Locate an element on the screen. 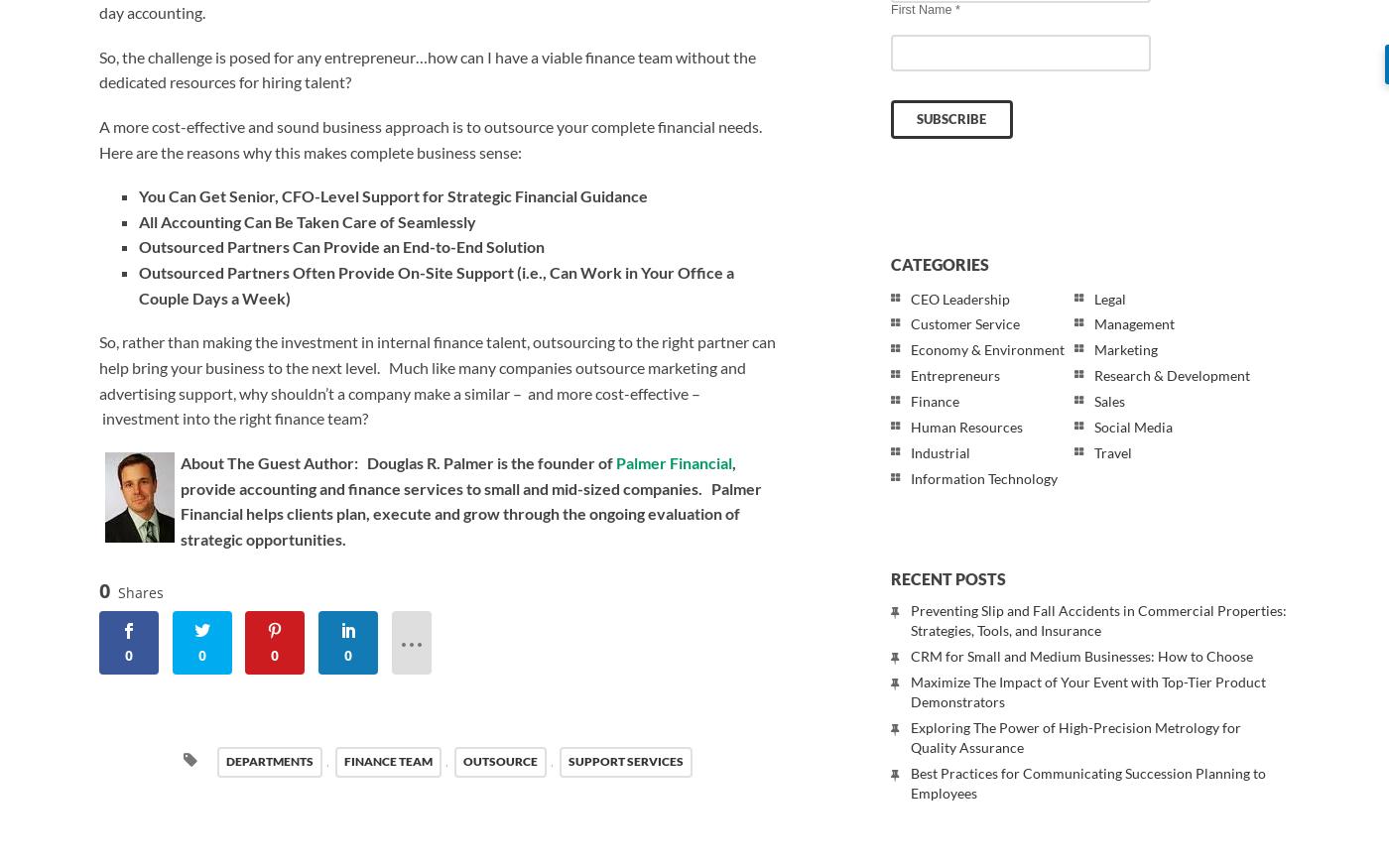 Image resolution: width=1389 pixels, height=868 pixels. 'About The Guest Author:   Douglas R. Palmer is the founder of' is located at coordinates (398, 462).